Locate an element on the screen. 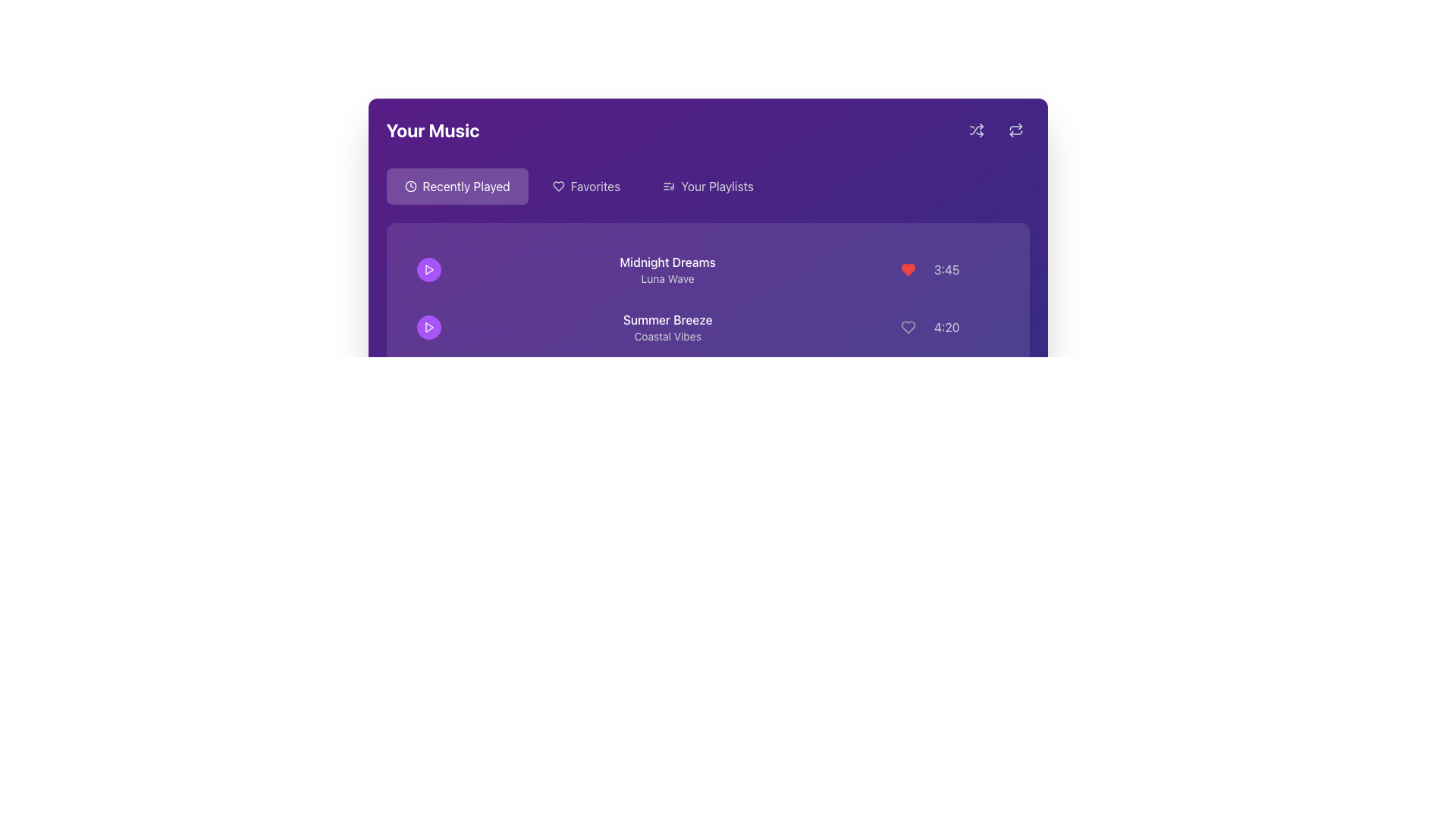 The width and height of the screenshot is (1456, 819). the interactive heart icon button located in the rightmost section of the 'Midnight Dreams' item in the song list to receive interaction feedback is located at coordinates (908, 268).